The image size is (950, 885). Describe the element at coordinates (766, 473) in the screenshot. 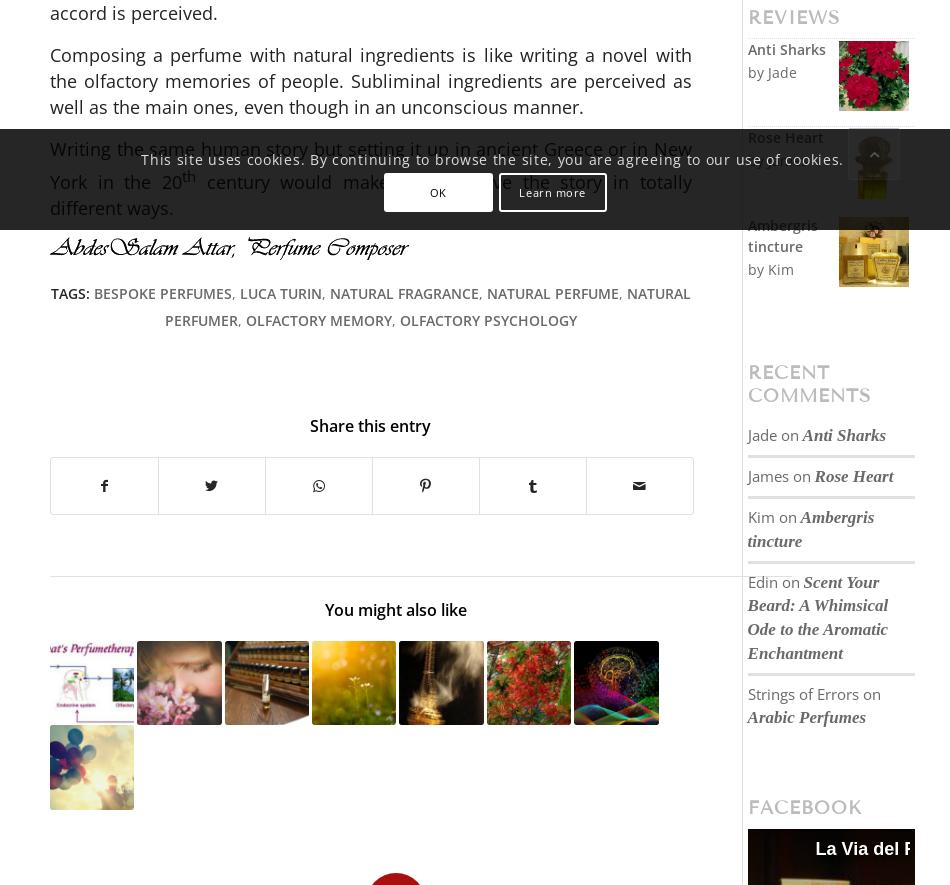

I see `'James'` at that location.